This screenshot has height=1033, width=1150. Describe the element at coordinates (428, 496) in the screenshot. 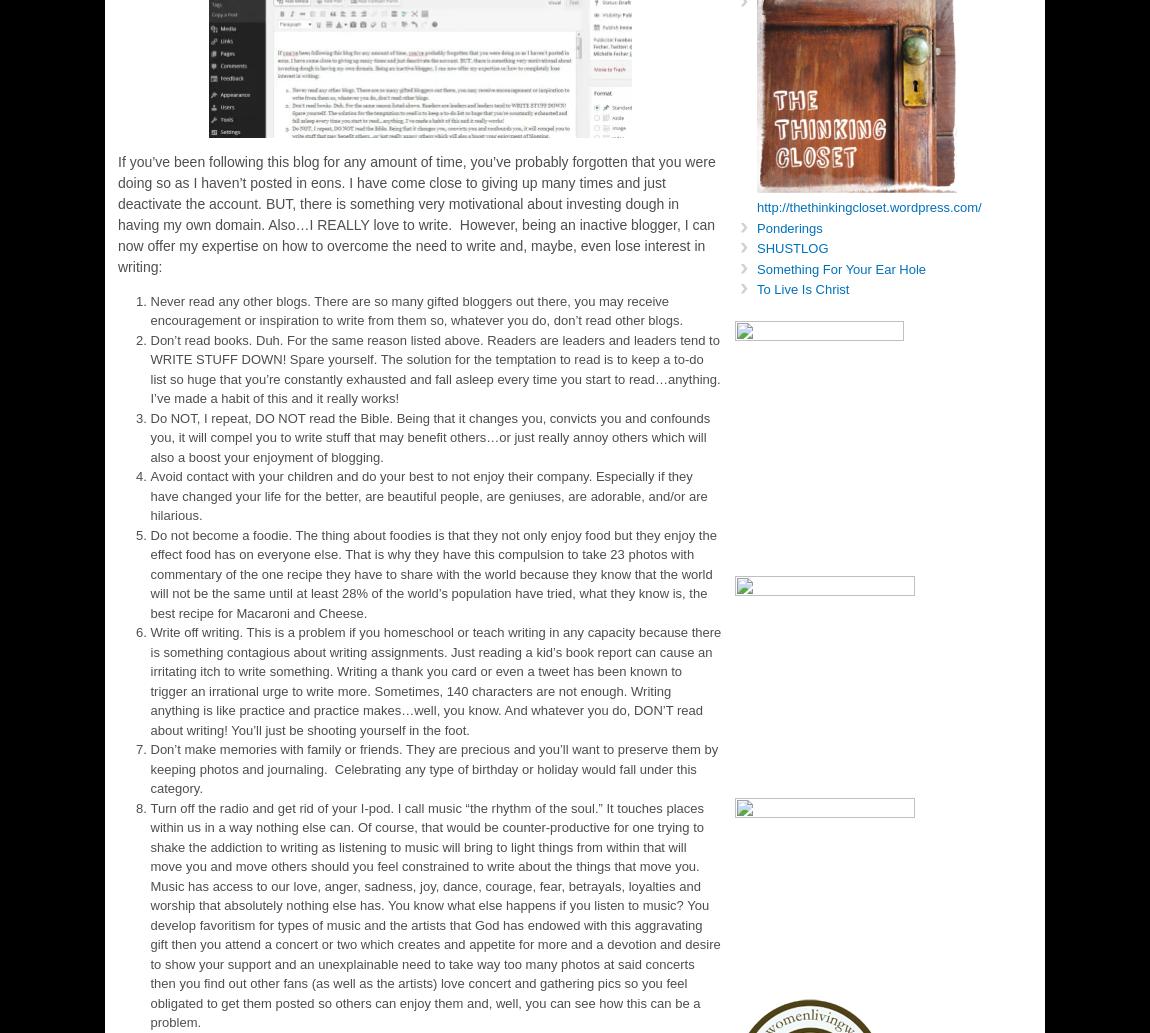

I see `'Avoid contact with your children and do your best to not enjoy their company. Especially if they have changed your life for the better, are beautiful people, are geniuses, are adorable, and/or are hilarious.'` at that location.